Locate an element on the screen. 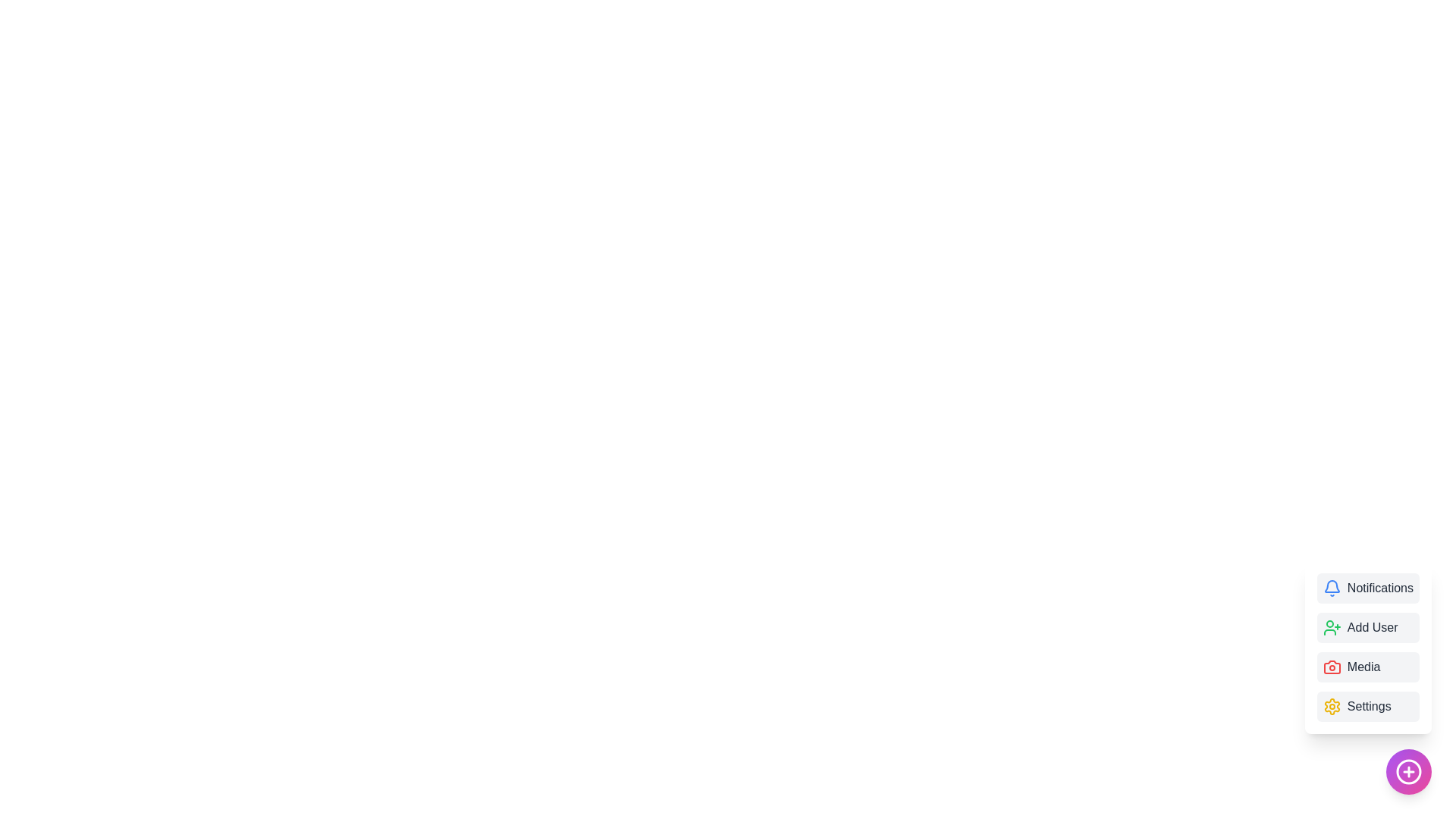 This screenshot has height=819, width=1456. the 'Notifications' menu item is located at coordinates (1368, 587).